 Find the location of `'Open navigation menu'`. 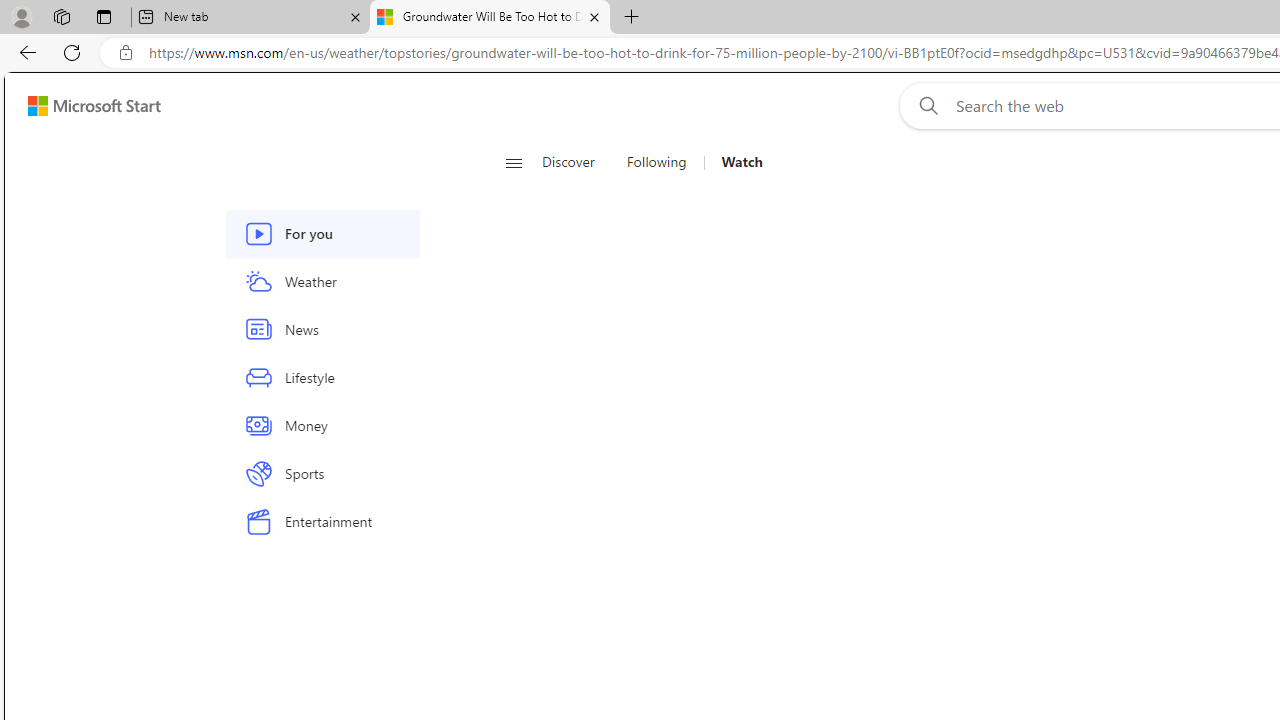

'Open navigation menu' is located at coordinates (513, 162).